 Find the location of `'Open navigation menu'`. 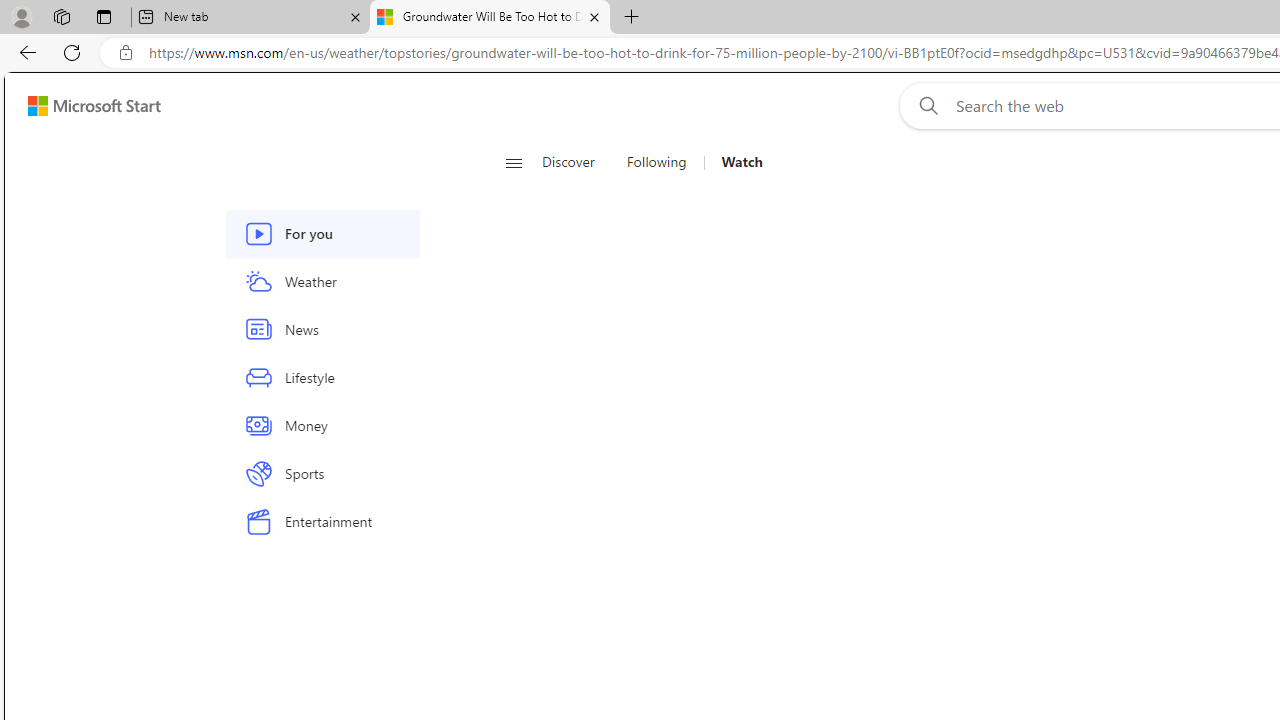

'Open navigation menu' is located at coordinates (513, 162).